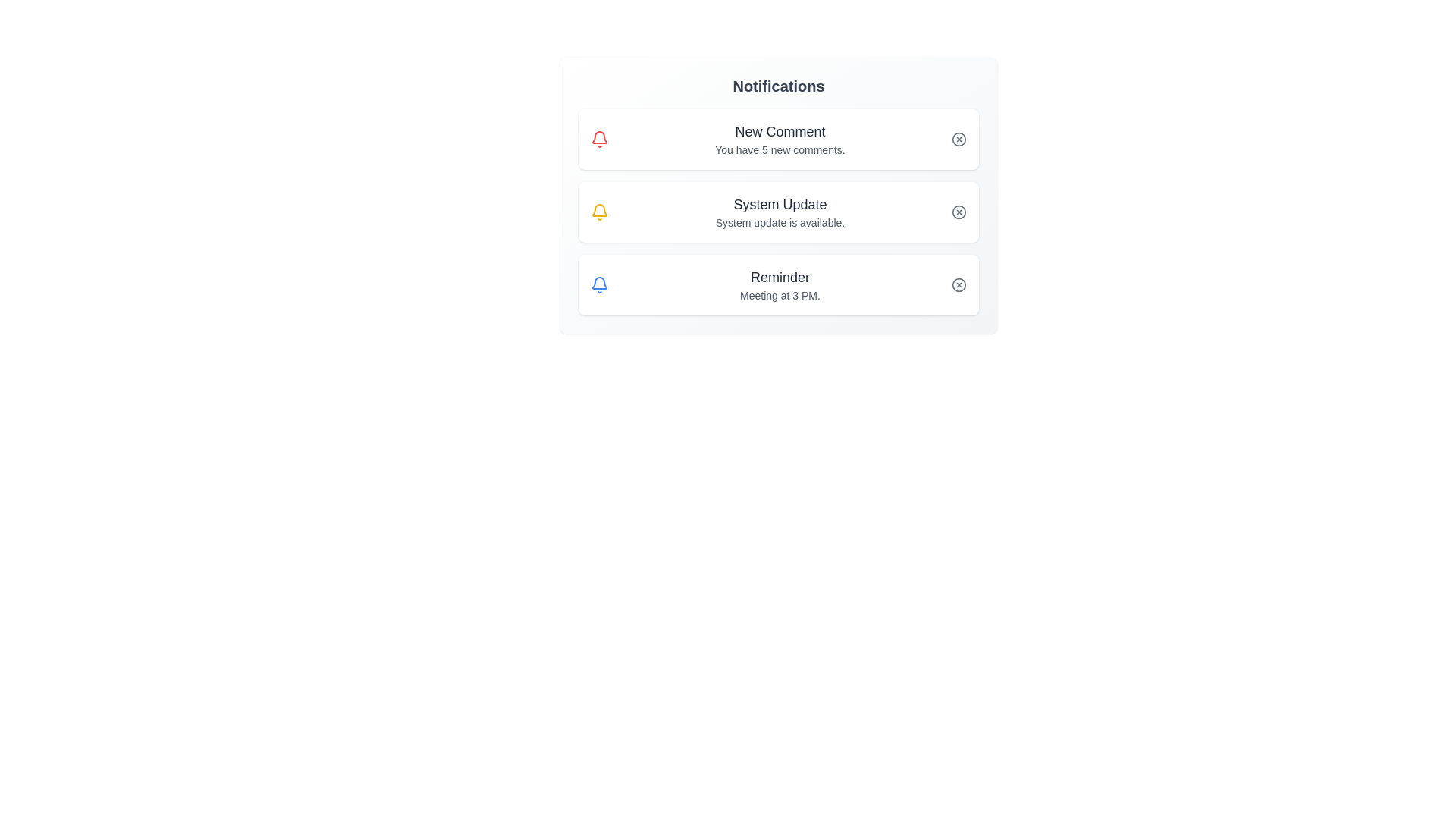 This screenshot has height=819, width=1456. I want to click on the circular element representing the dismiss action within the SVG graphic of the 'Reminder' notification card in the third row of the notification list, so click(959, 284).